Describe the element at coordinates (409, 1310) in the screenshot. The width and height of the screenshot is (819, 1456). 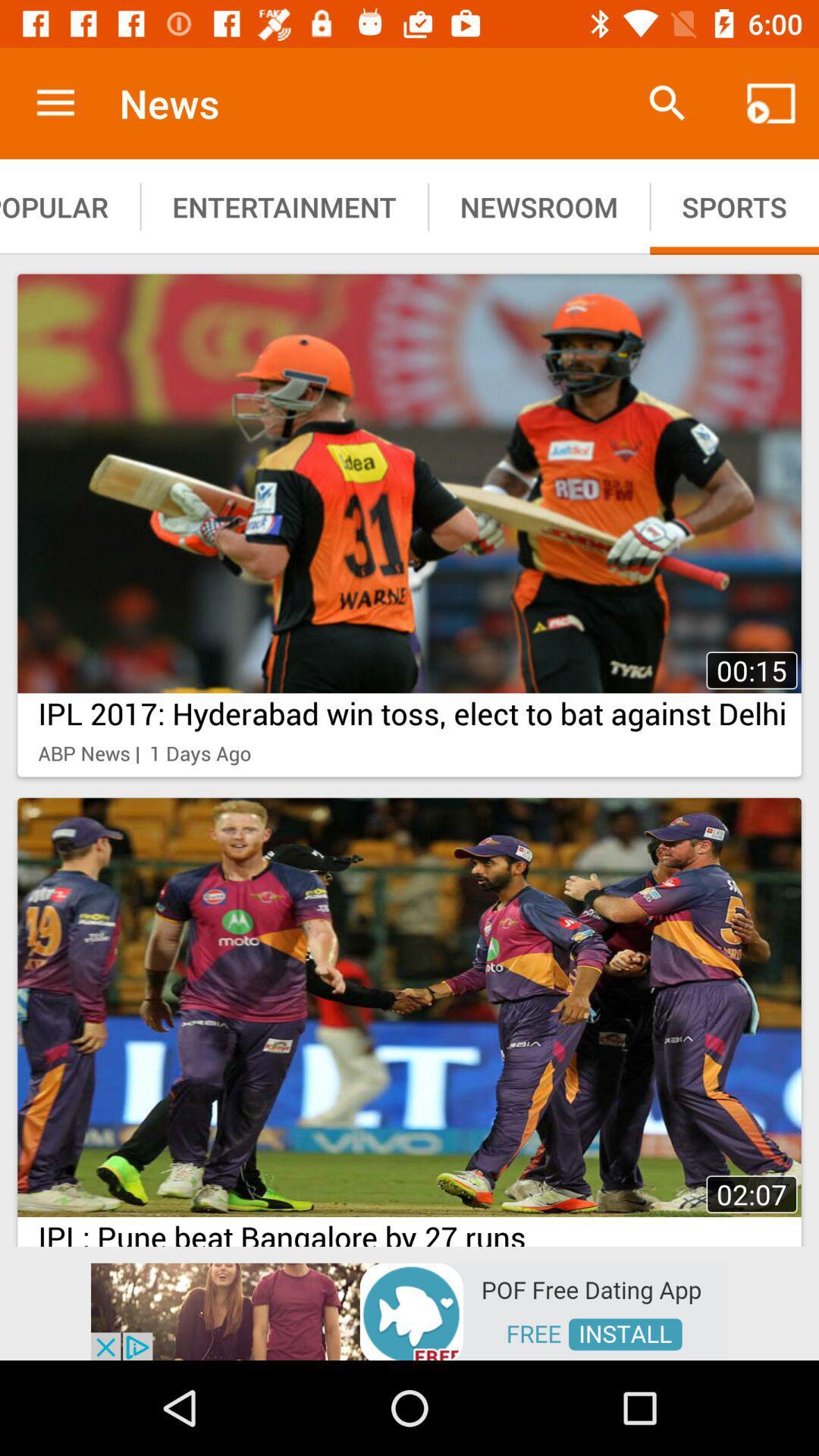
I see `open advertisement` at that location.